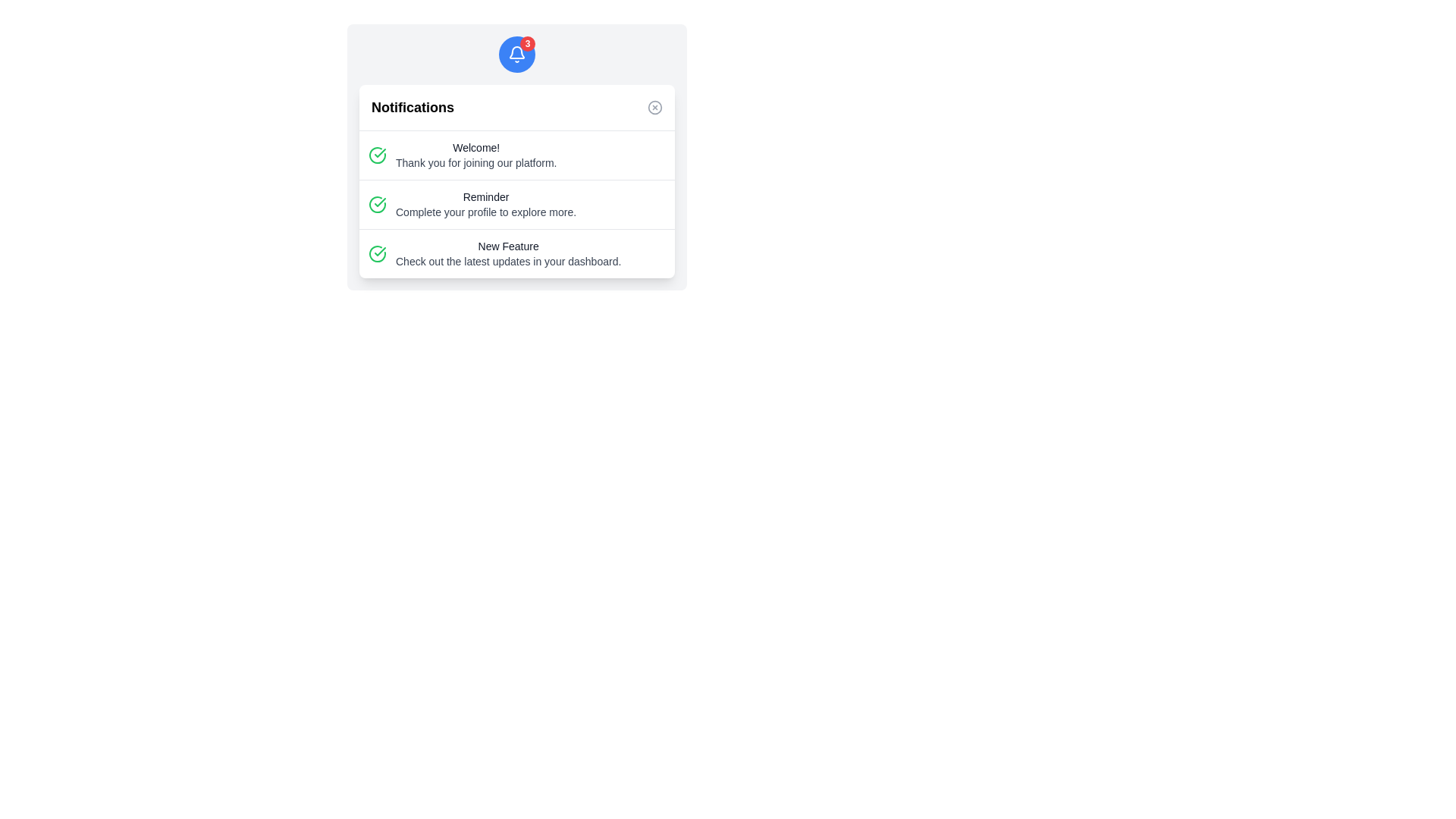 The width and height of the screenshot is (1456, 819). What do you see at coordinates (475, 148) in the screenshot?
I see `text label that says 'Welcome!' which is styled in medium-sized bold dark gray sans-serif font, located in the first row of the notification list` at bounding box center [475, 148].